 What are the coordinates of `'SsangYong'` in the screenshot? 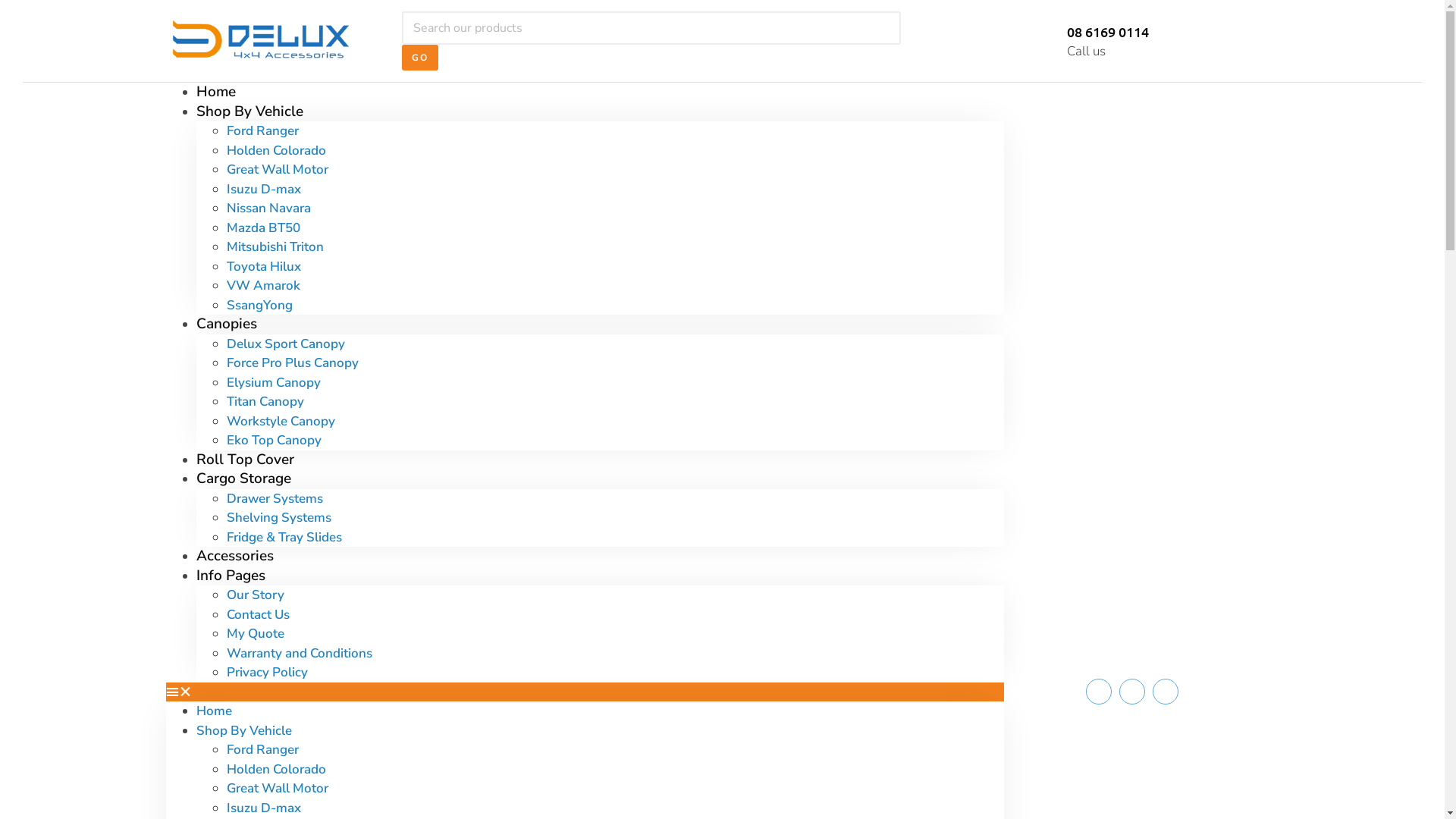 It's located at (259, 304).